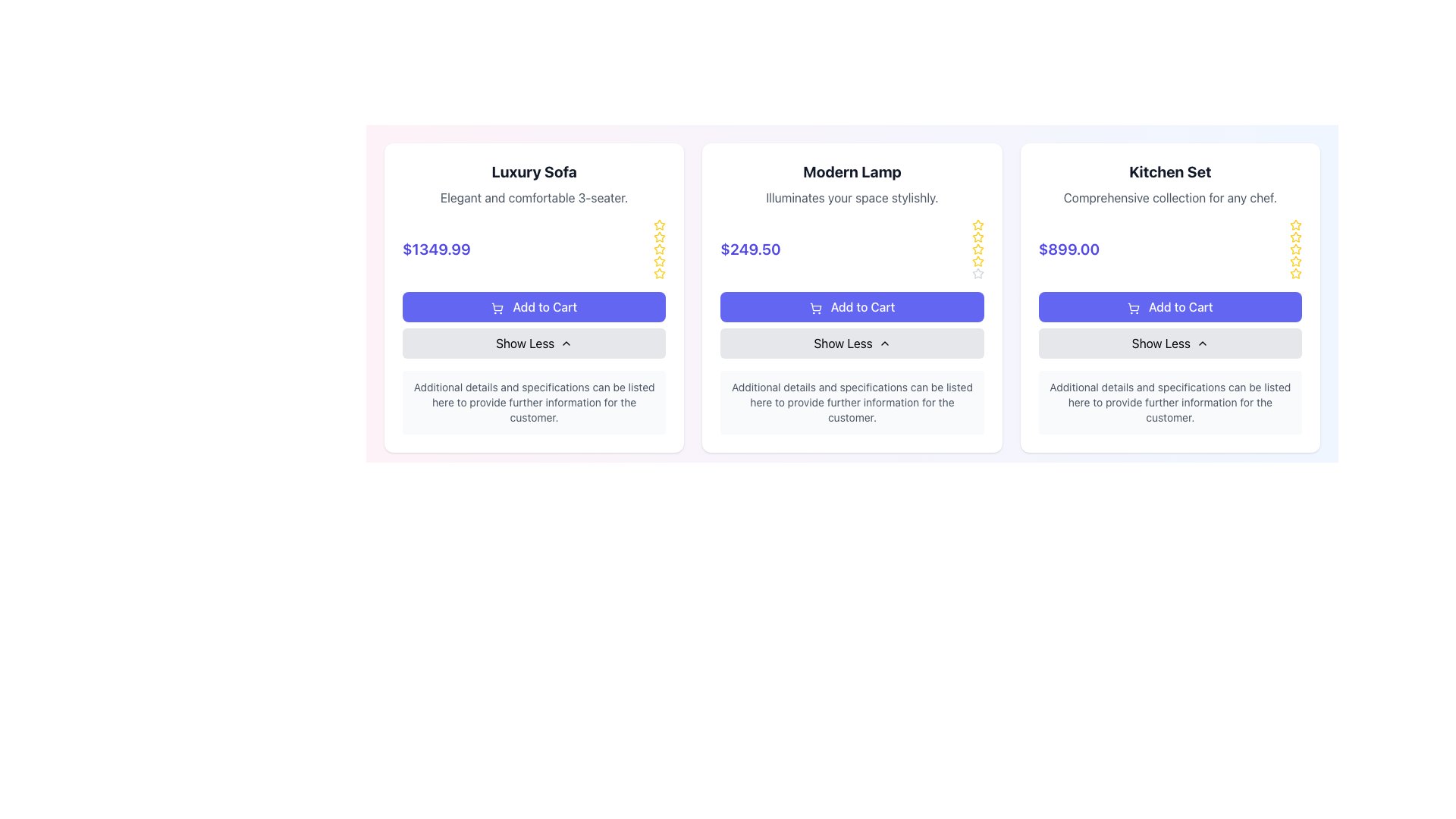 Image resolution: width=1456 pixels, height=819 pixels. I want to click on the fifth star icon in the rating section for the 'Kitchen Set' product, which serves as the last indicator of the rating component, so click(1294, 274).